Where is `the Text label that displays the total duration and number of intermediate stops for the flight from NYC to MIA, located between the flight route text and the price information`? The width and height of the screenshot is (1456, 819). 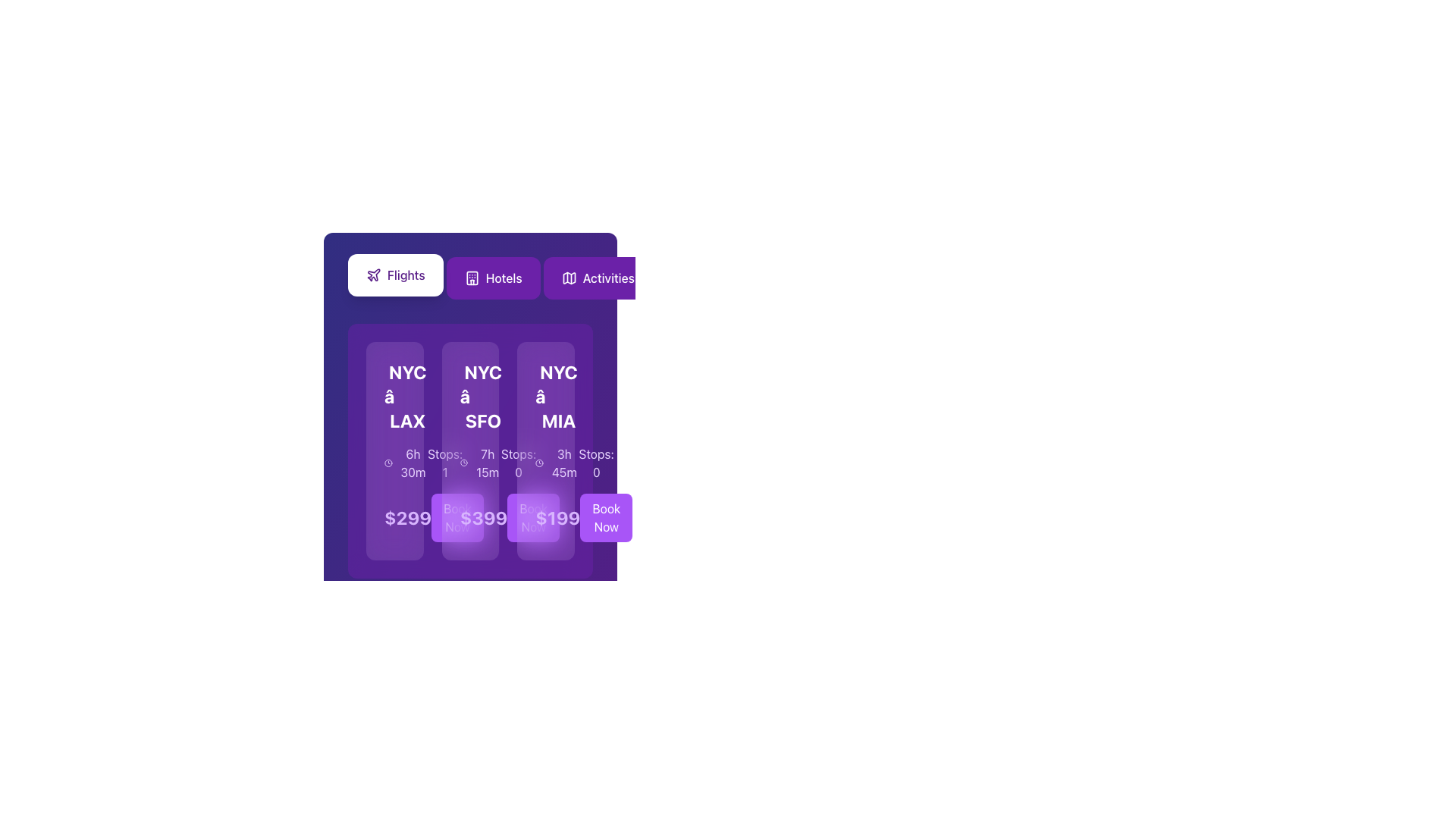 the Text label that displays the total duration and number of intermediate stops for the flight from NYC to MIA, located between the flight route text and the price information is located at coordinates (546, 462).